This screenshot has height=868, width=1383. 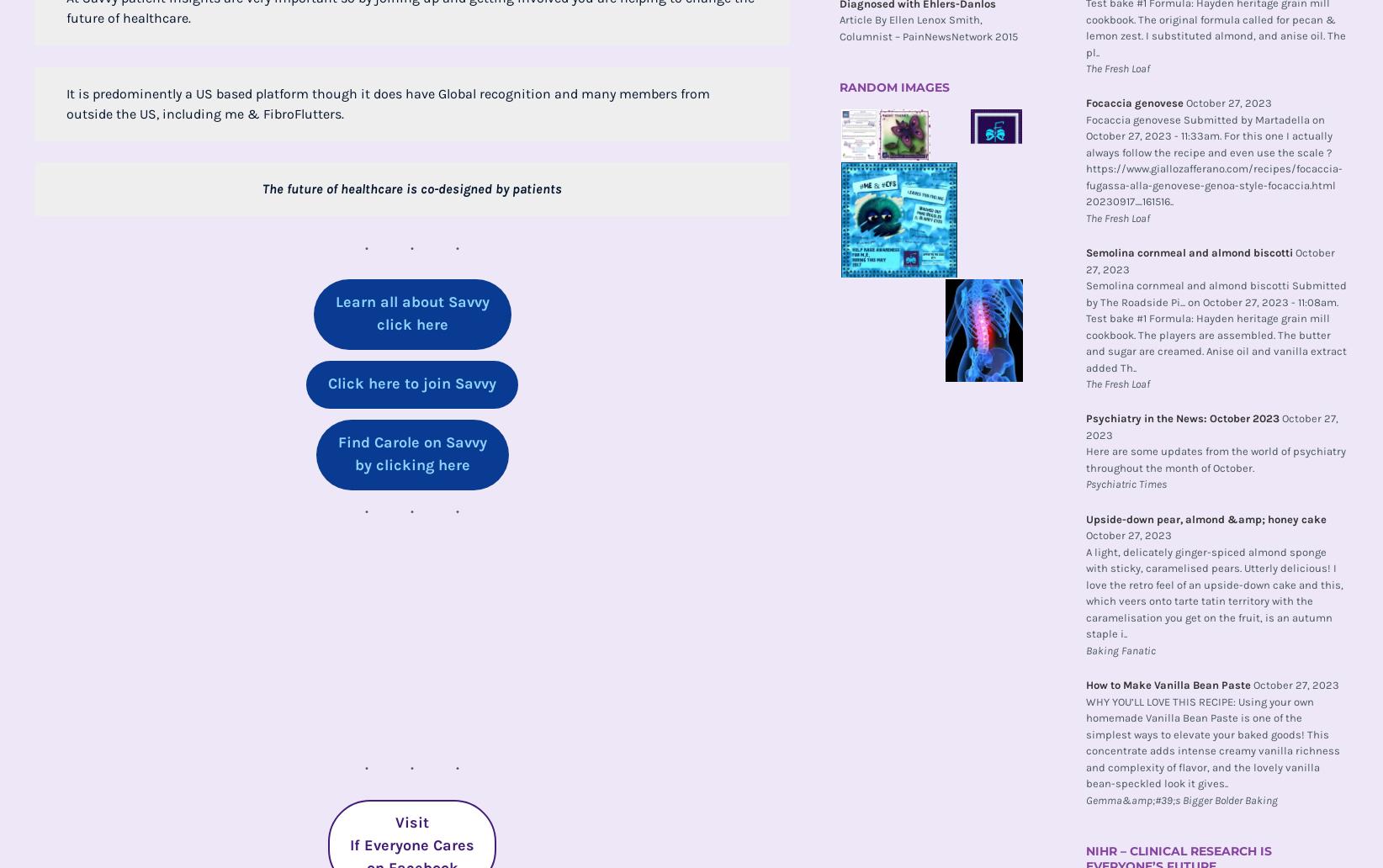 What do you see at coordinates (1213, 159) in the screenshot?
I see `'Focaccia genovese Submitted by Martadella on October 27, 2023 - 11:33am. For this one I actually always follow the recipe and even use the scale ? https://www.giallozafferano.com/recipes/focaccia-fugassa-alla-genovese-genoa-style-focaccia.html 20230917_161516..'` at bounding box center [1213, 159].